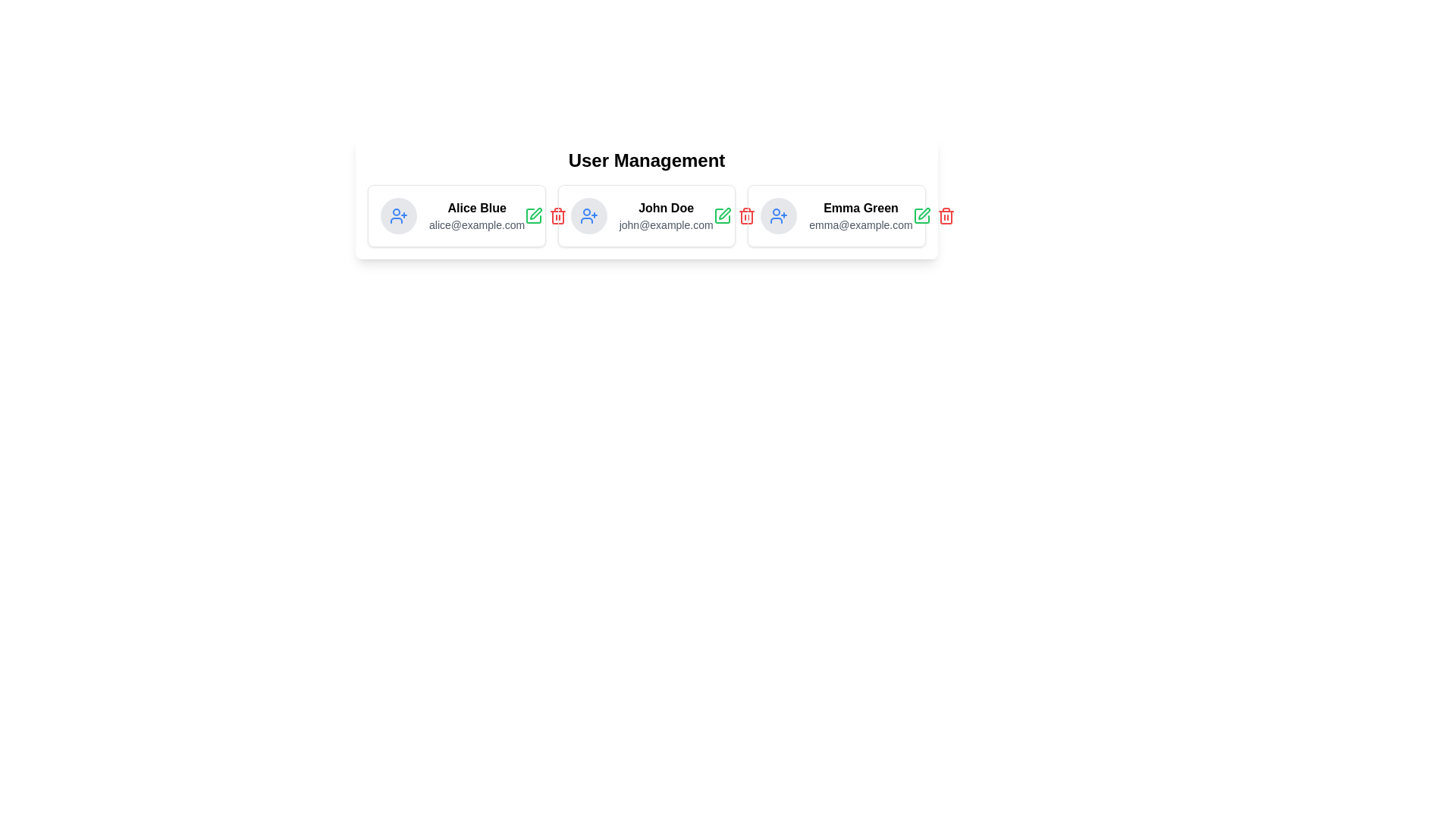 This screenshot has height=819, width=1456. Describe the element at coordinates (647, 216) in the screenshot. I see `the user profile section displaying the name 'John Doe' and email 'john@example.com', which is the second profile in a row of three` at that location.